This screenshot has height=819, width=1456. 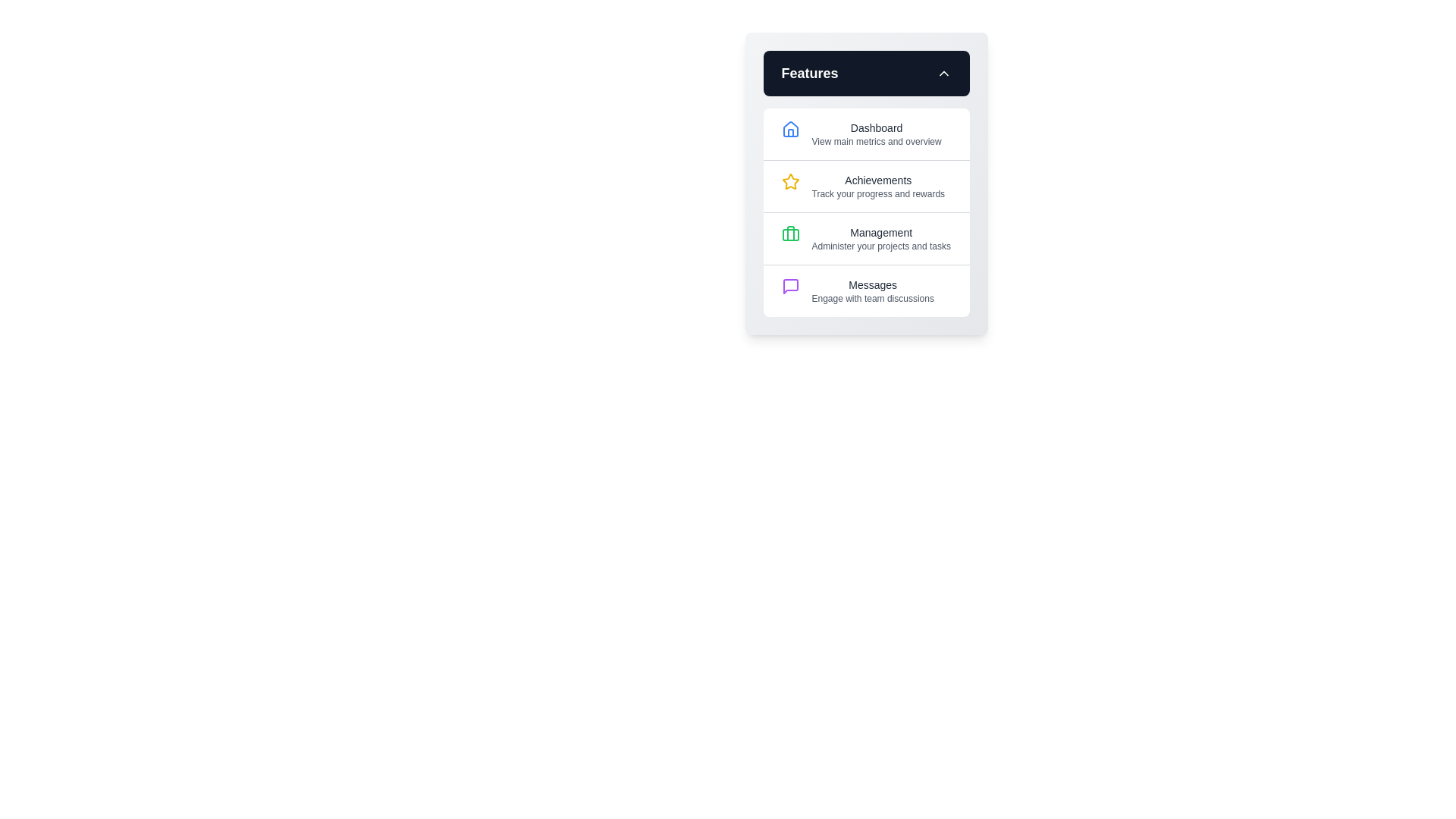 What do you see at coordinates (789, 128) in the screenshot?
I see `details of the blue house-shaped icon representing the 'Dashboard' in the sidebar menu` at bounding box center [789, 128].